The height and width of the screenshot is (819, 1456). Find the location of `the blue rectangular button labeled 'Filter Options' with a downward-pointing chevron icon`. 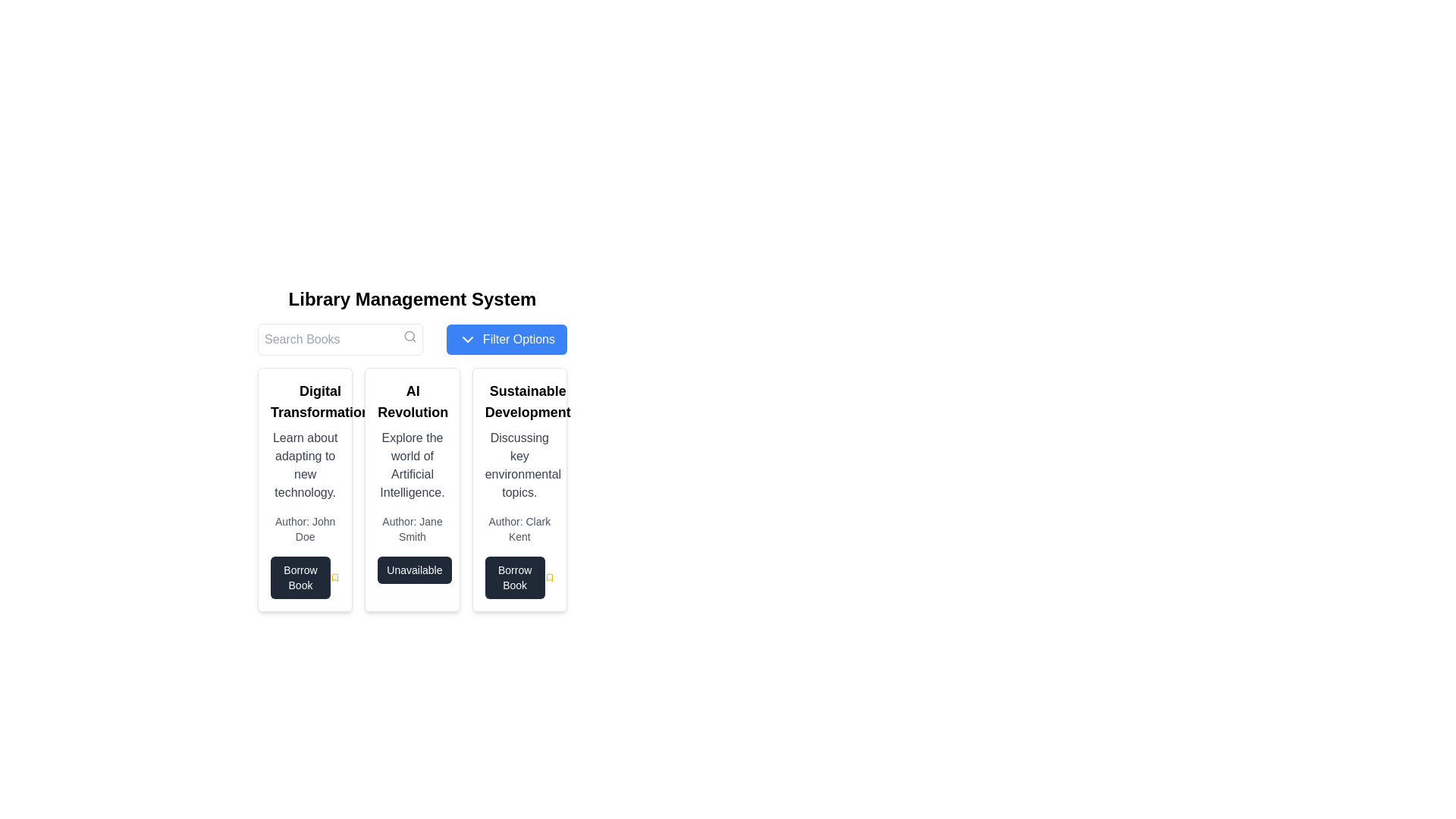

the blue rectangular button labeled 'Filter Options' with a downward-pointing chevron icon is located at coordinates (507, 338).